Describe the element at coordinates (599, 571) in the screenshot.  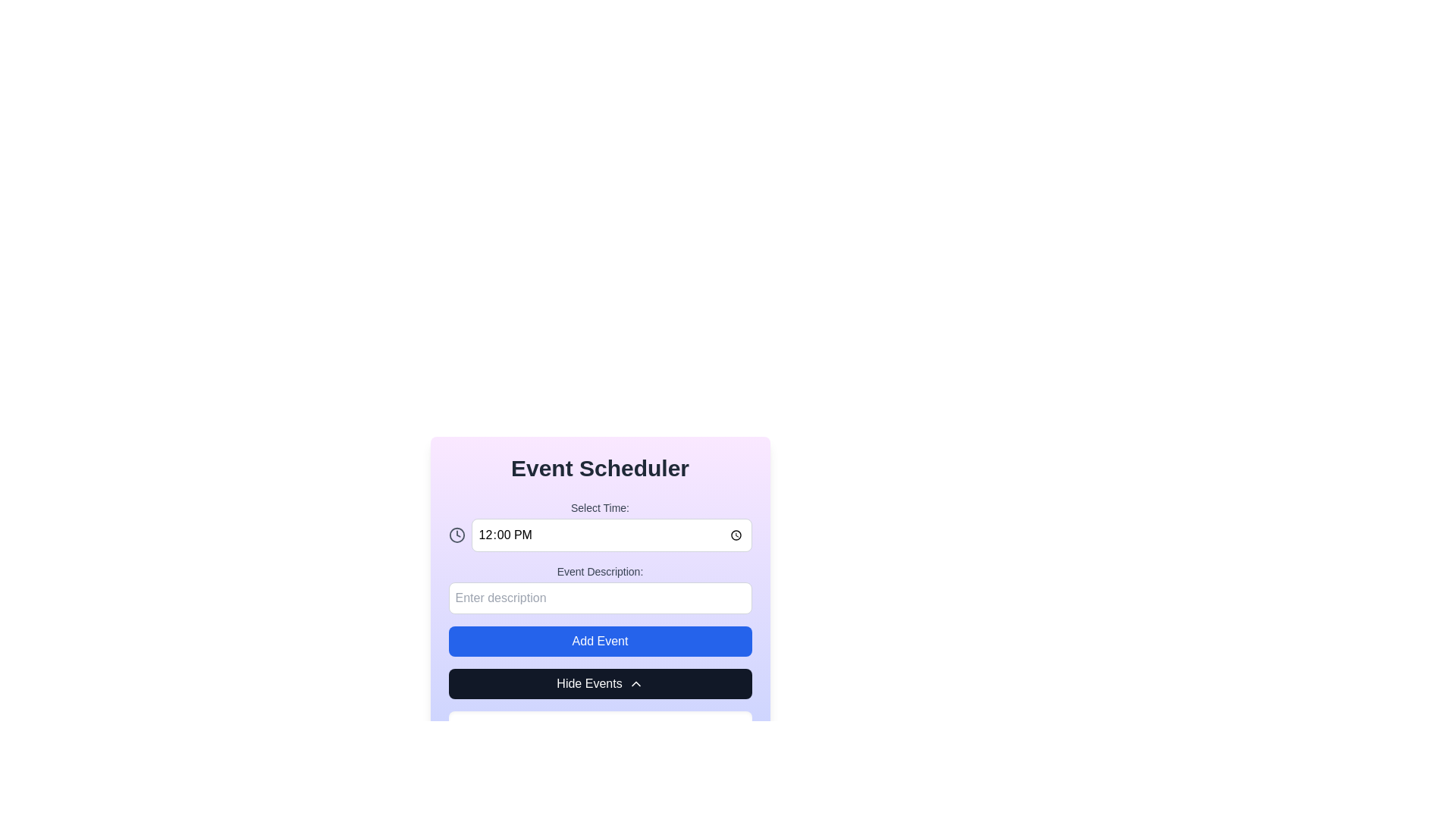
I see `the text label reading 'Event Description:' which is styled in gray and positioned above the event description input field` at that location.